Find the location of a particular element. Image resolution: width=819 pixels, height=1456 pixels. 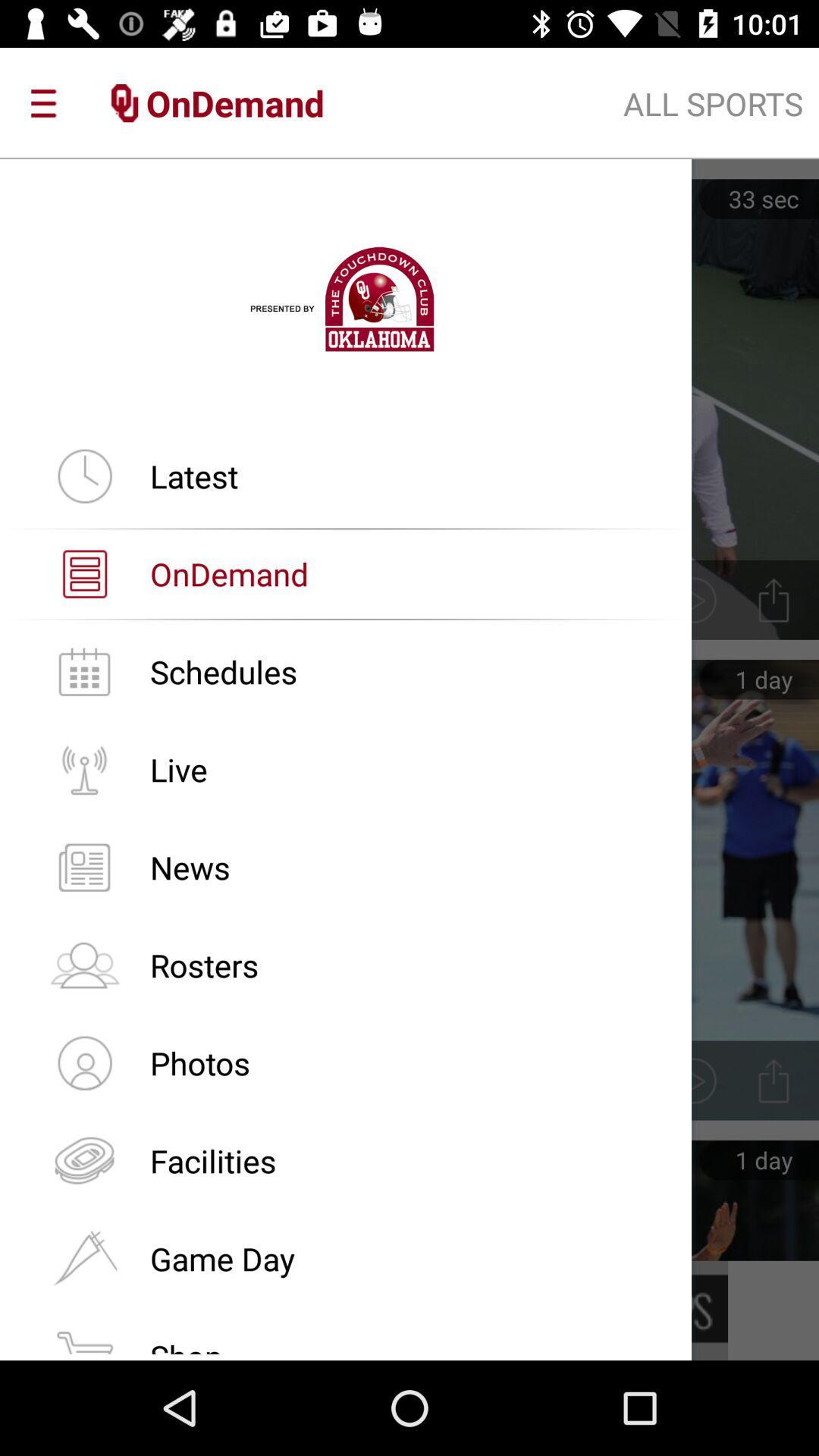

icon which is beside the latest is located at coordinates (84, 475).